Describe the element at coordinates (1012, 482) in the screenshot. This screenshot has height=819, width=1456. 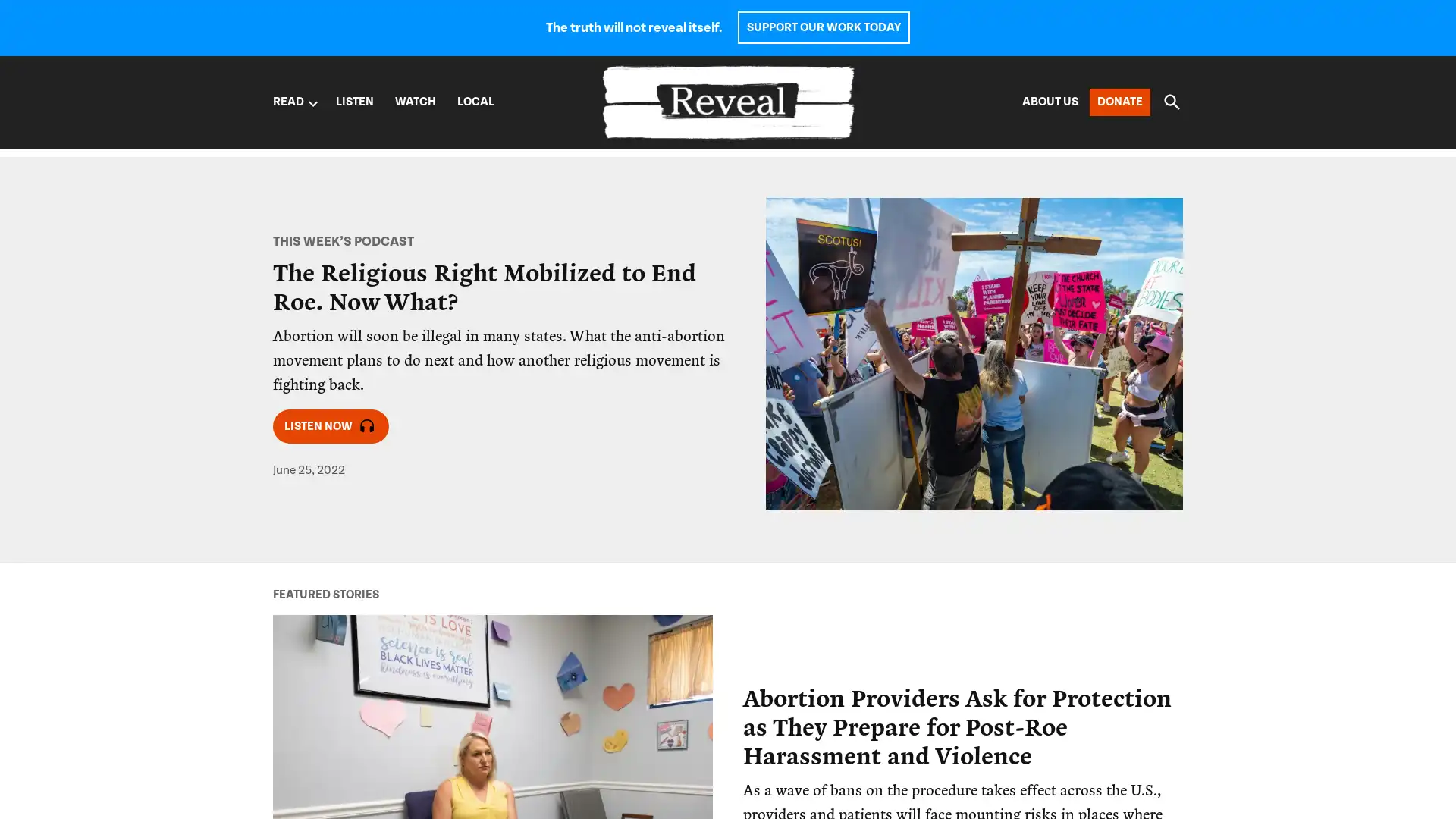
I see `Close Pop-up` at that location.